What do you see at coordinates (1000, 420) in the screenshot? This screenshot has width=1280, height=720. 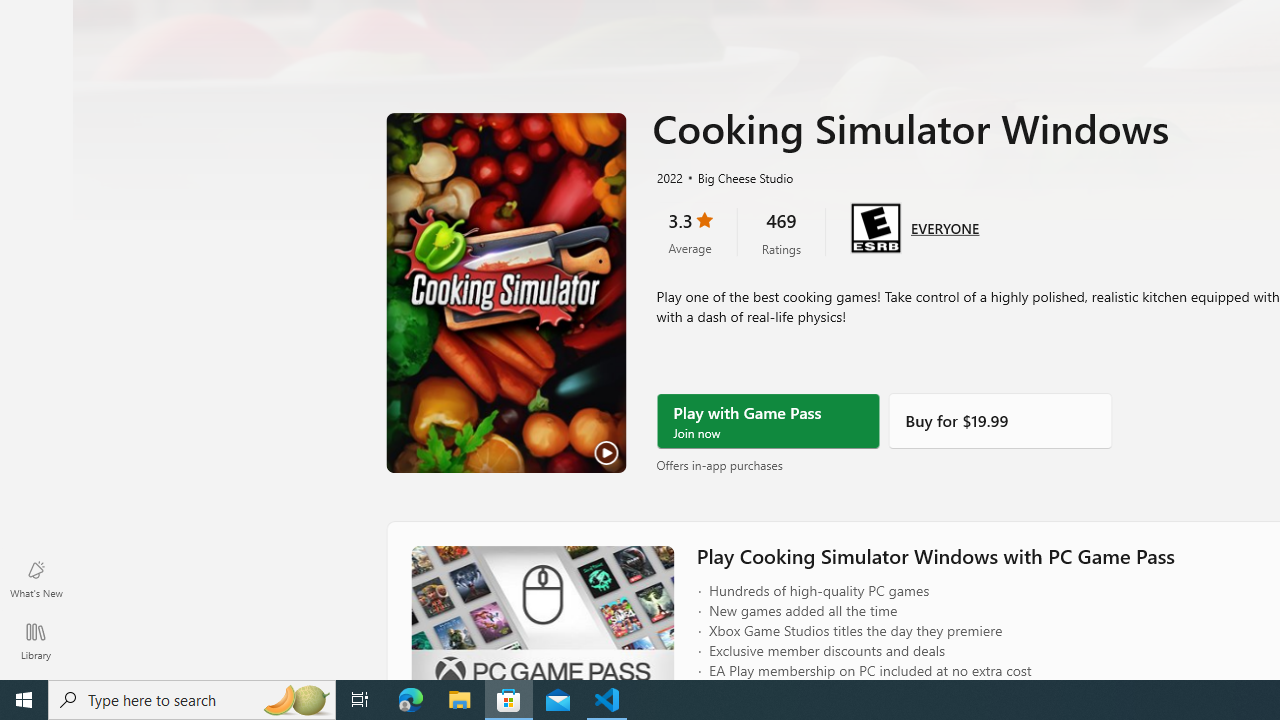 I see `'Buy'` at bounding box center [1000, 420].